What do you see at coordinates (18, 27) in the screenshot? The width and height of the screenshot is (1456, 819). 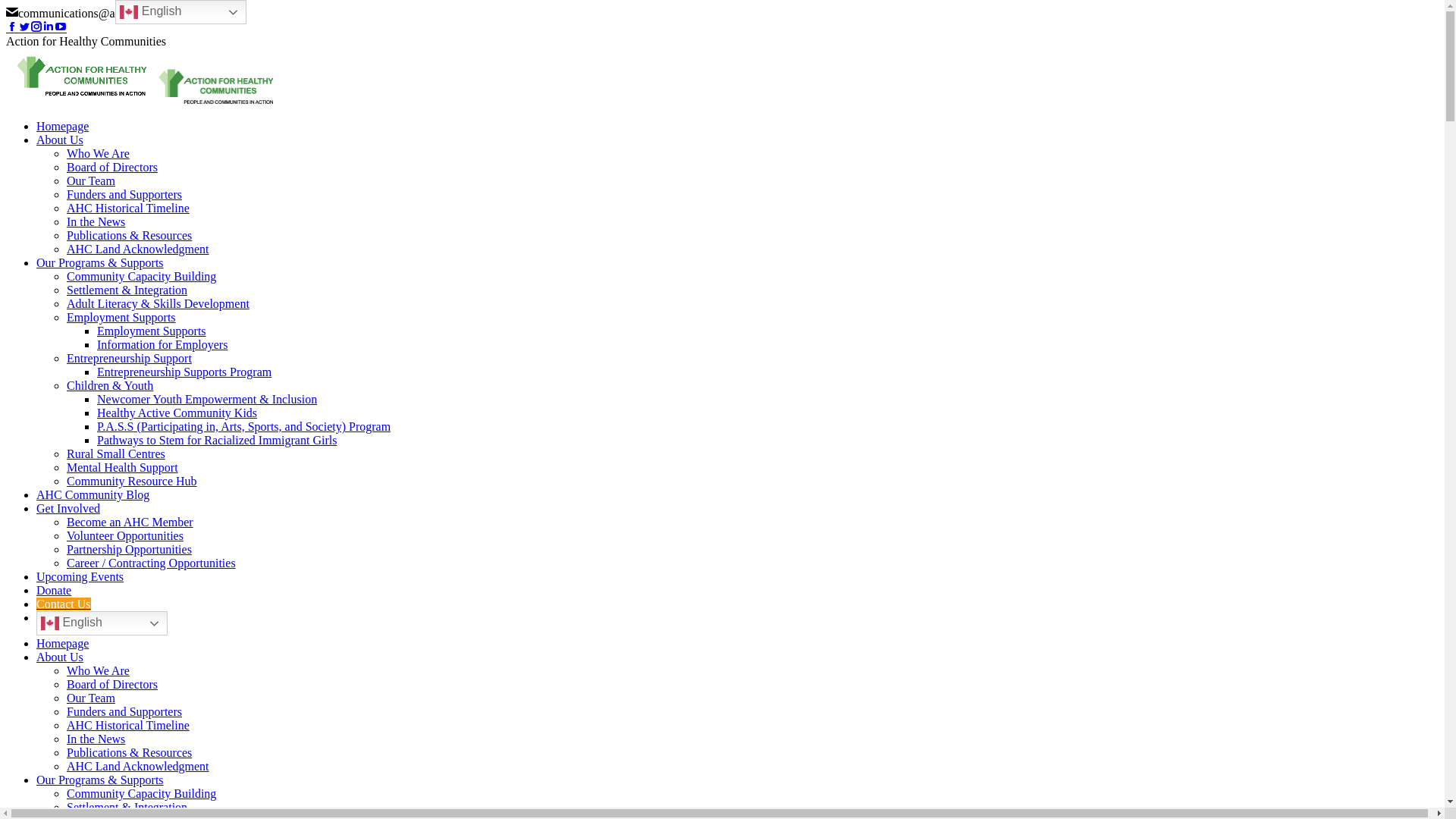 I see `'Twitter page opens in new window'` at bounding box center [18, 27].